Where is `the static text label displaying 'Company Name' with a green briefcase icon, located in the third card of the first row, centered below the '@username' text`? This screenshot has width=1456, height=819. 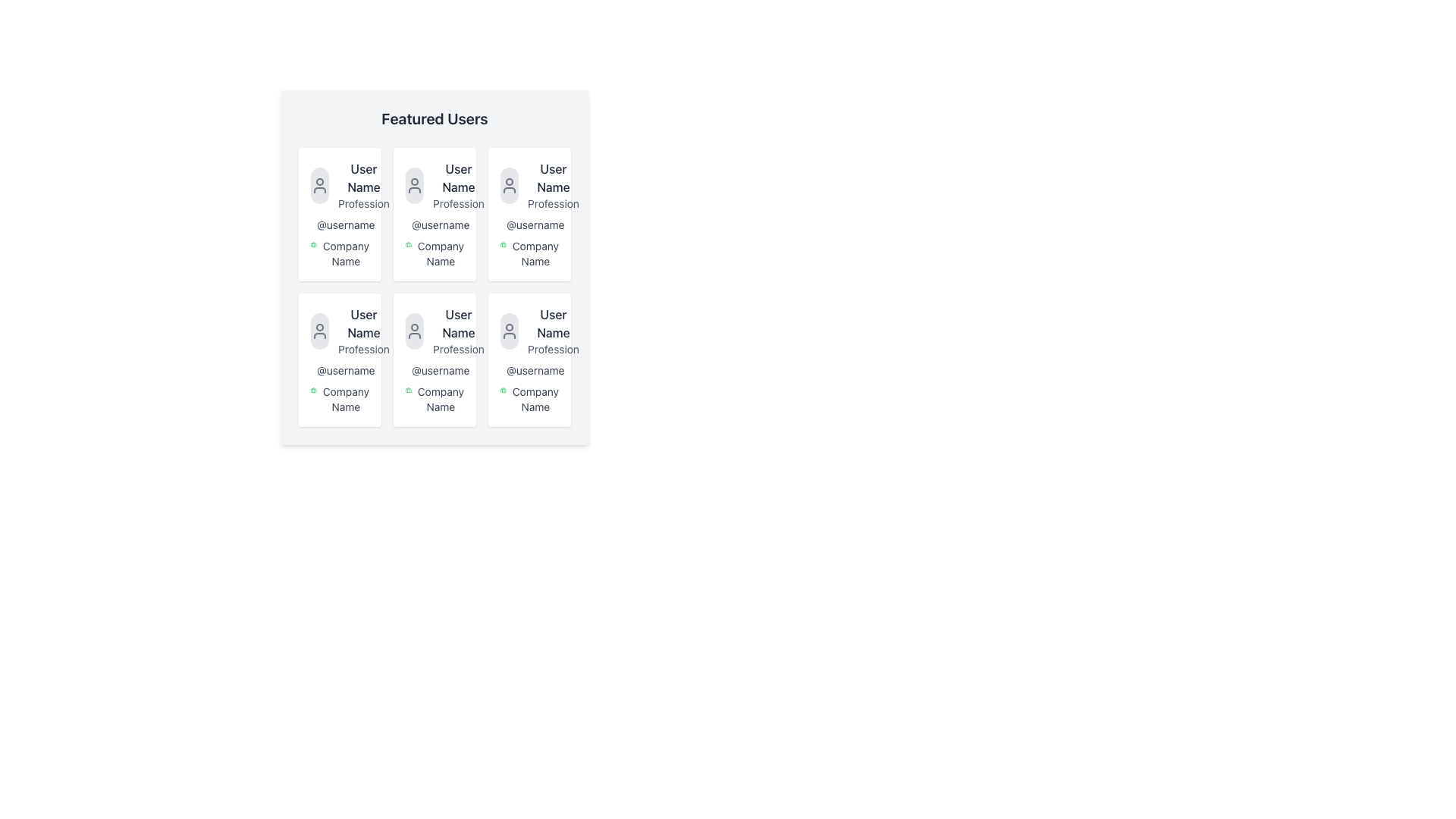
the static text label displaying 'Company Name' with a green briefcase icon, located in the third card of the first row, centered below the '@username' text is located at coordinates (434, 253).